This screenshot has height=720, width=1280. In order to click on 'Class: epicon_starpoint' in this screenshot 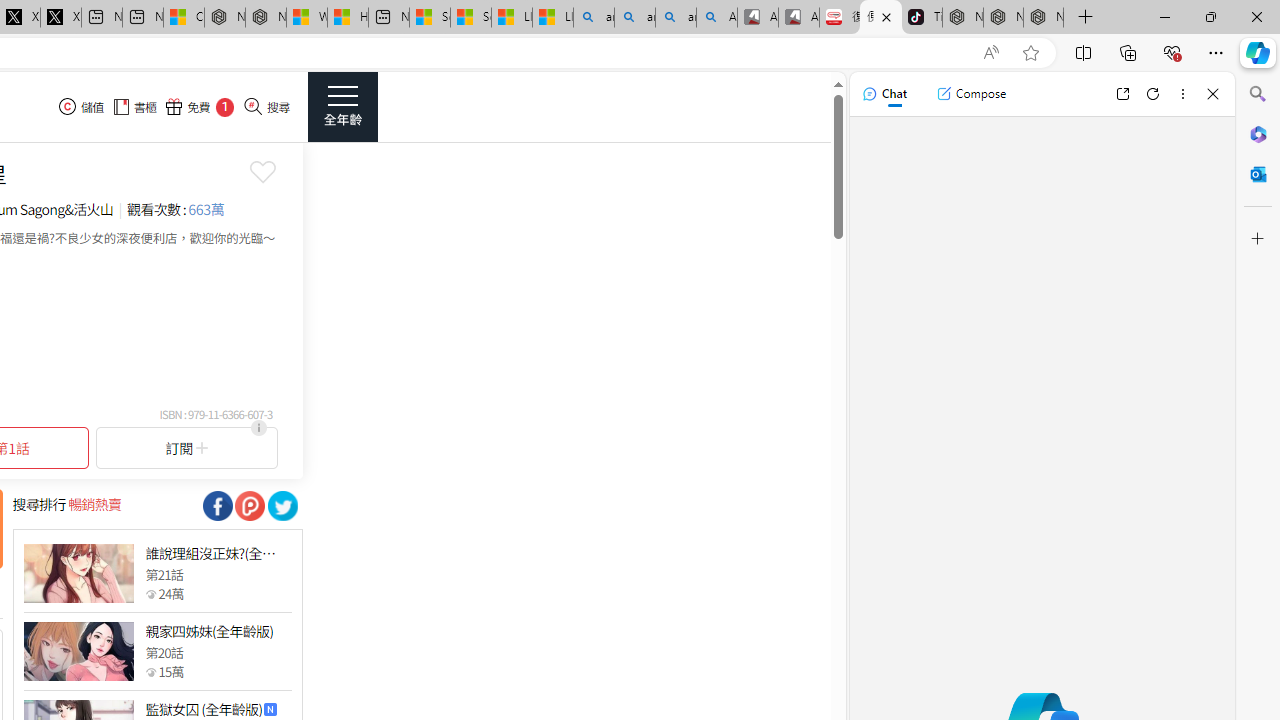, I will do `click(150, 671)`.